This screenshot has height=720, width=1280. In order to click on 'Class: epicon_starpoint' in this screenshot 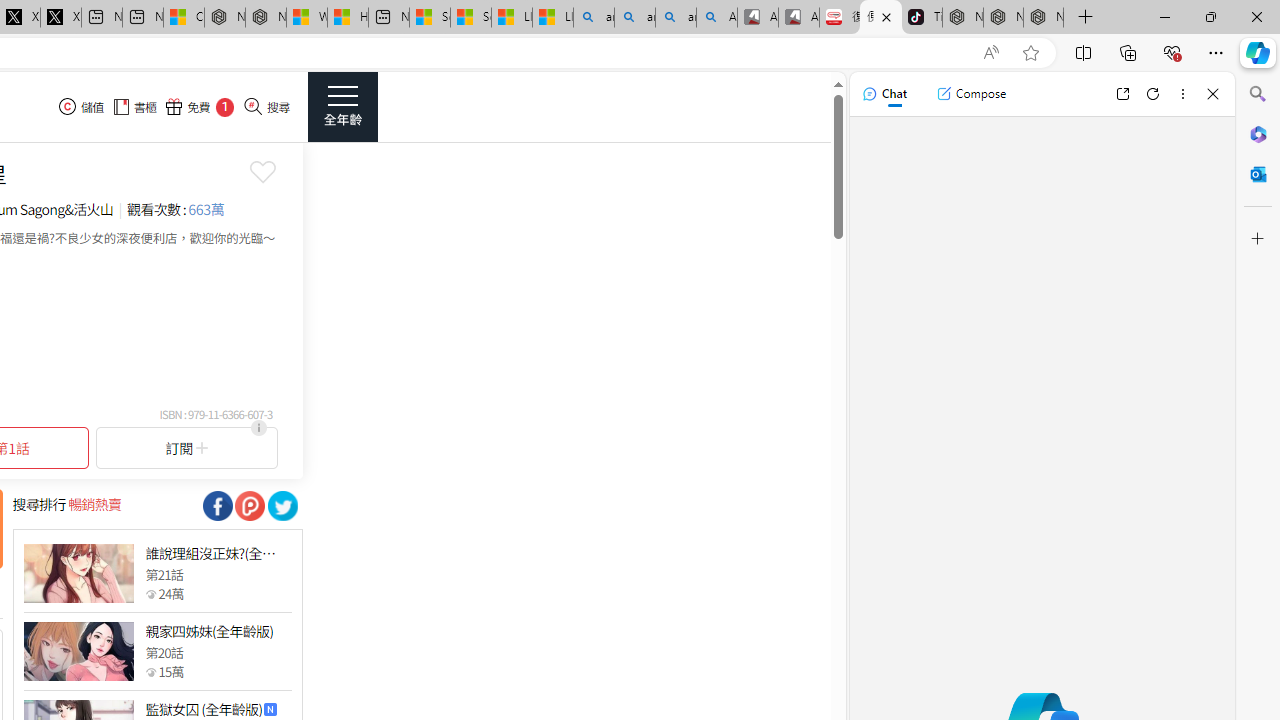, I will do `click(150, 671)`.